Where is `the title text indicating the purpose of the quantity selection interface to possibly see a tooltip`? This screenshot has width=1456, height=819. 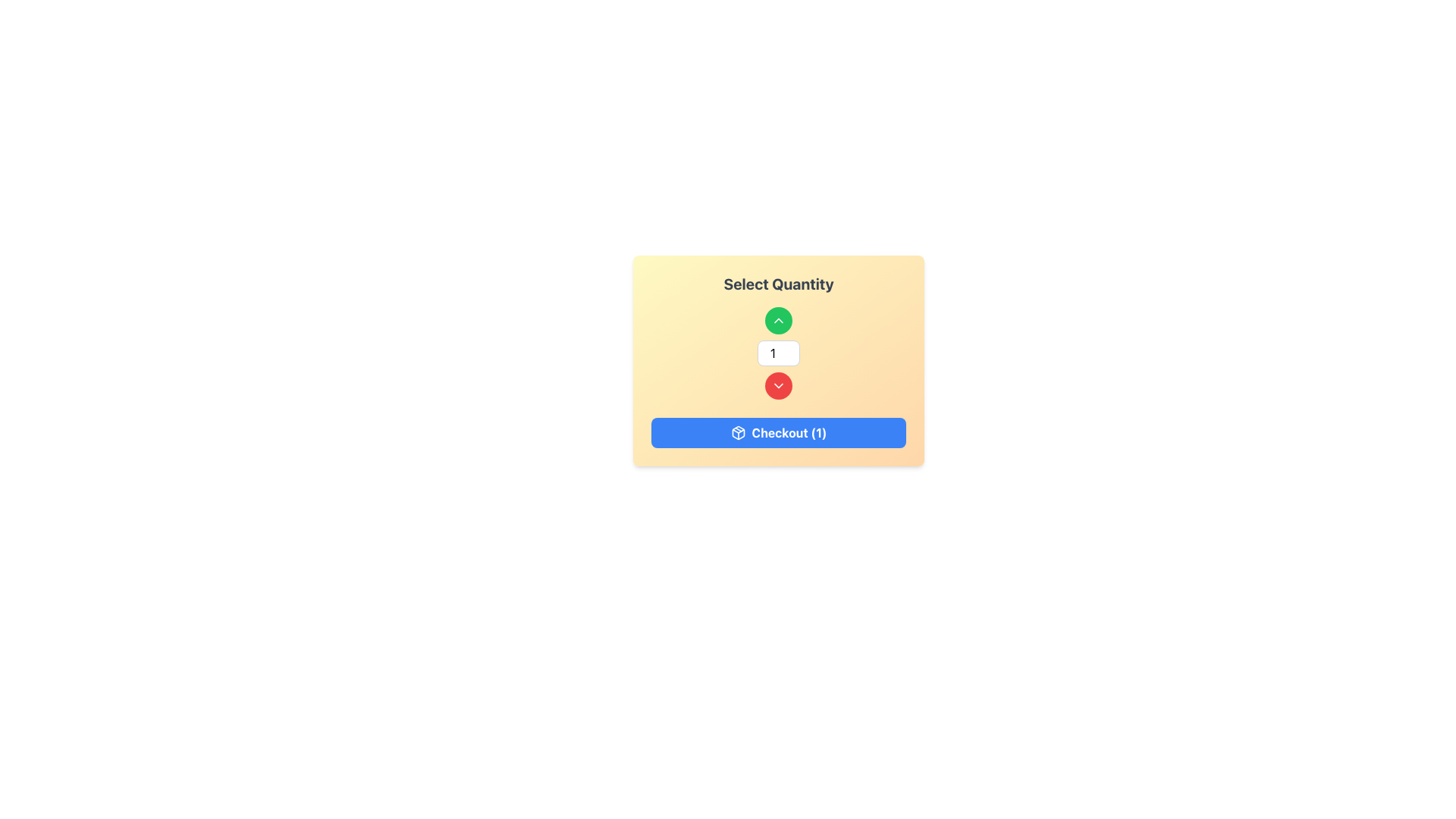
the title text indicating the purpose of the quantity selection interface to possibly see a tooltip is located at coordinates (779, 284).